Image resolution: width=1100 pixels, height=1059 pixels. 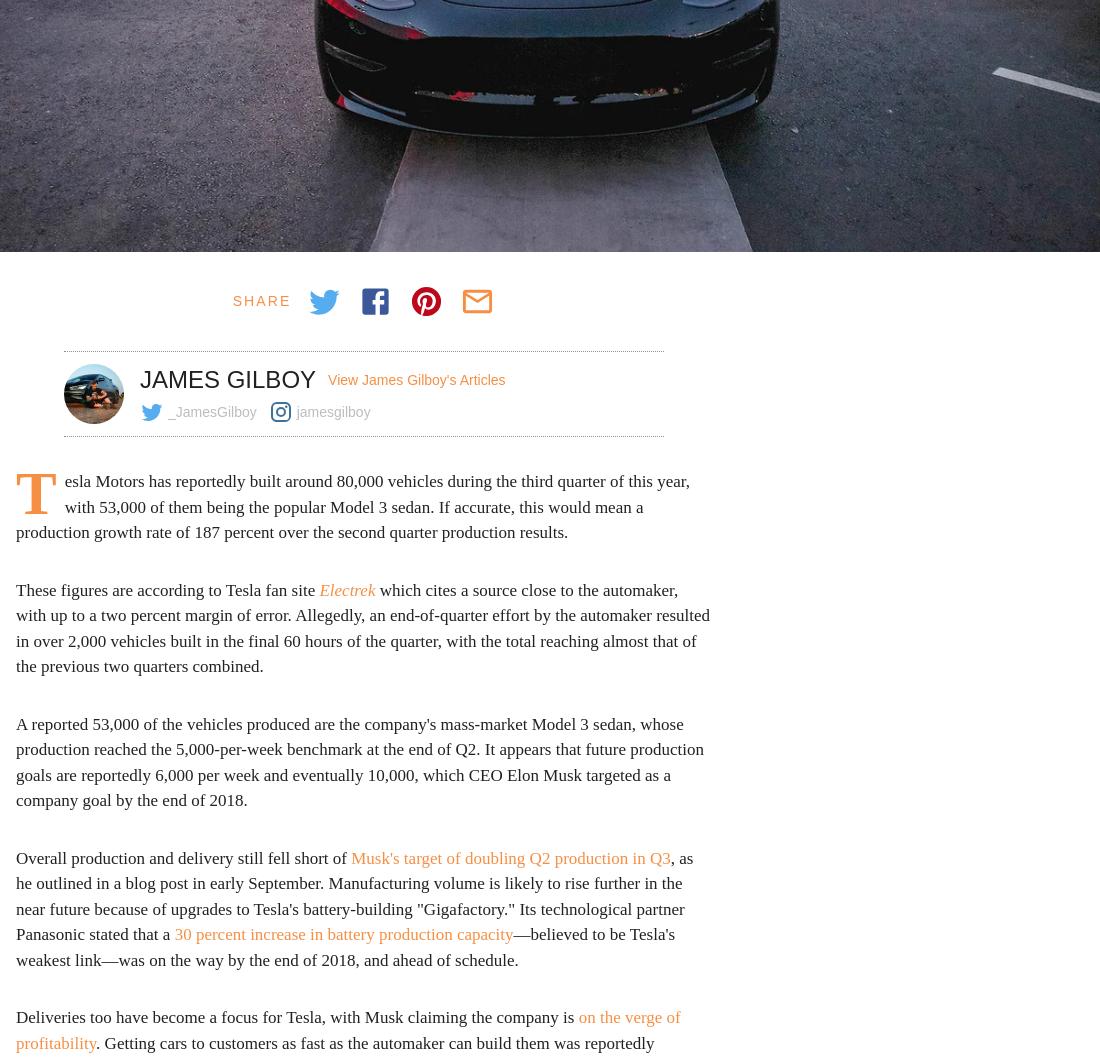 I want to click on 'These figures are according to Tesla fan site', so click(x=14, y=588).